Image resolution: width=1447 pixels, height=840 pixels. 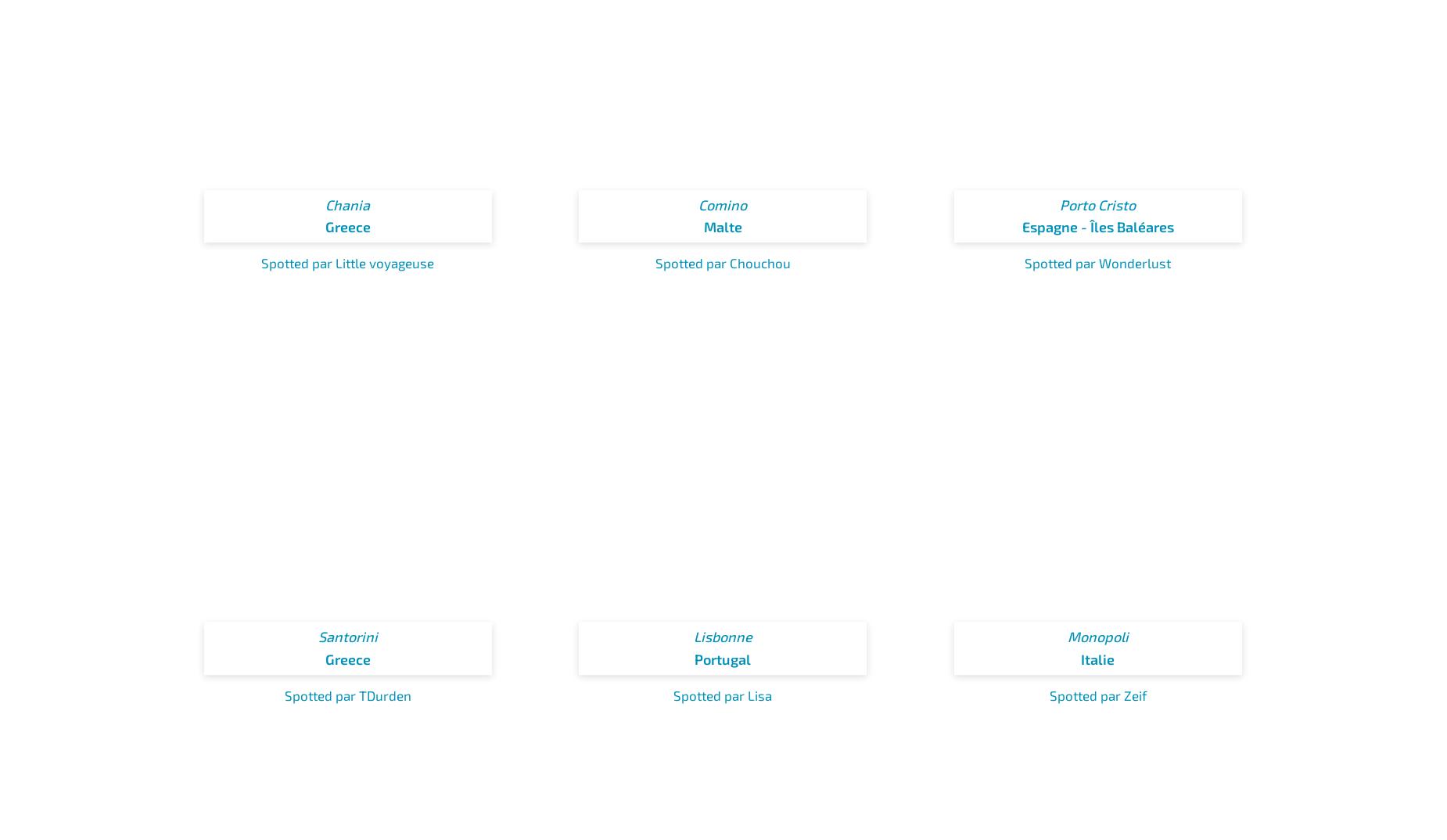 I want to click on 'Monopoli', so click(x=1097, y=636).